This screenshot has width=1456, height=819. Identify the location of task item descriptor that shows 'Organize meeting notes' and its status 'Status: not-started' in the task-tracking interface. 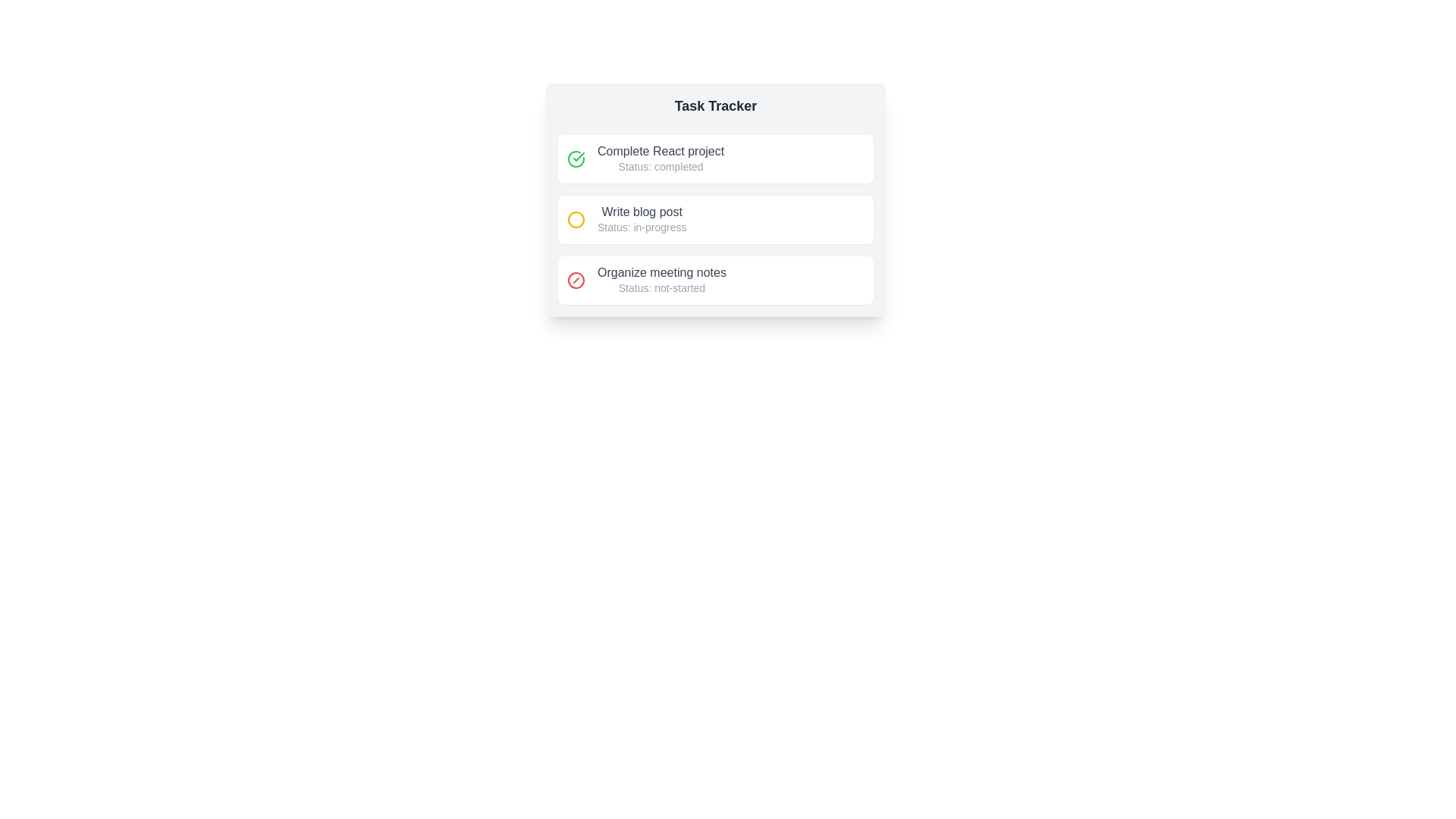
(662, 281).